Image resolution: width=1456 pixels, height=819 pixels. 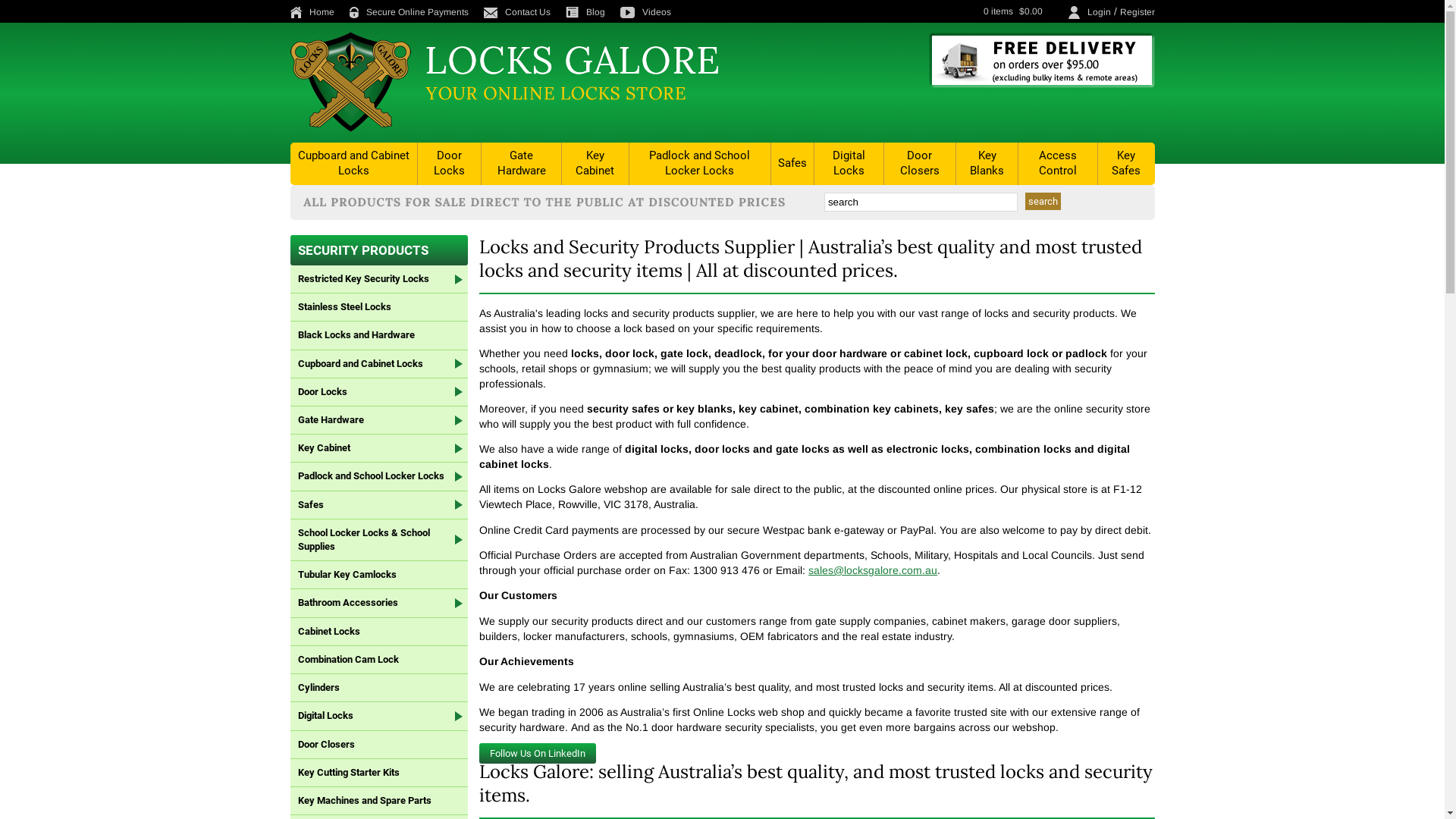 I want to click on 'Access Control', so click(x=1057, y=163).